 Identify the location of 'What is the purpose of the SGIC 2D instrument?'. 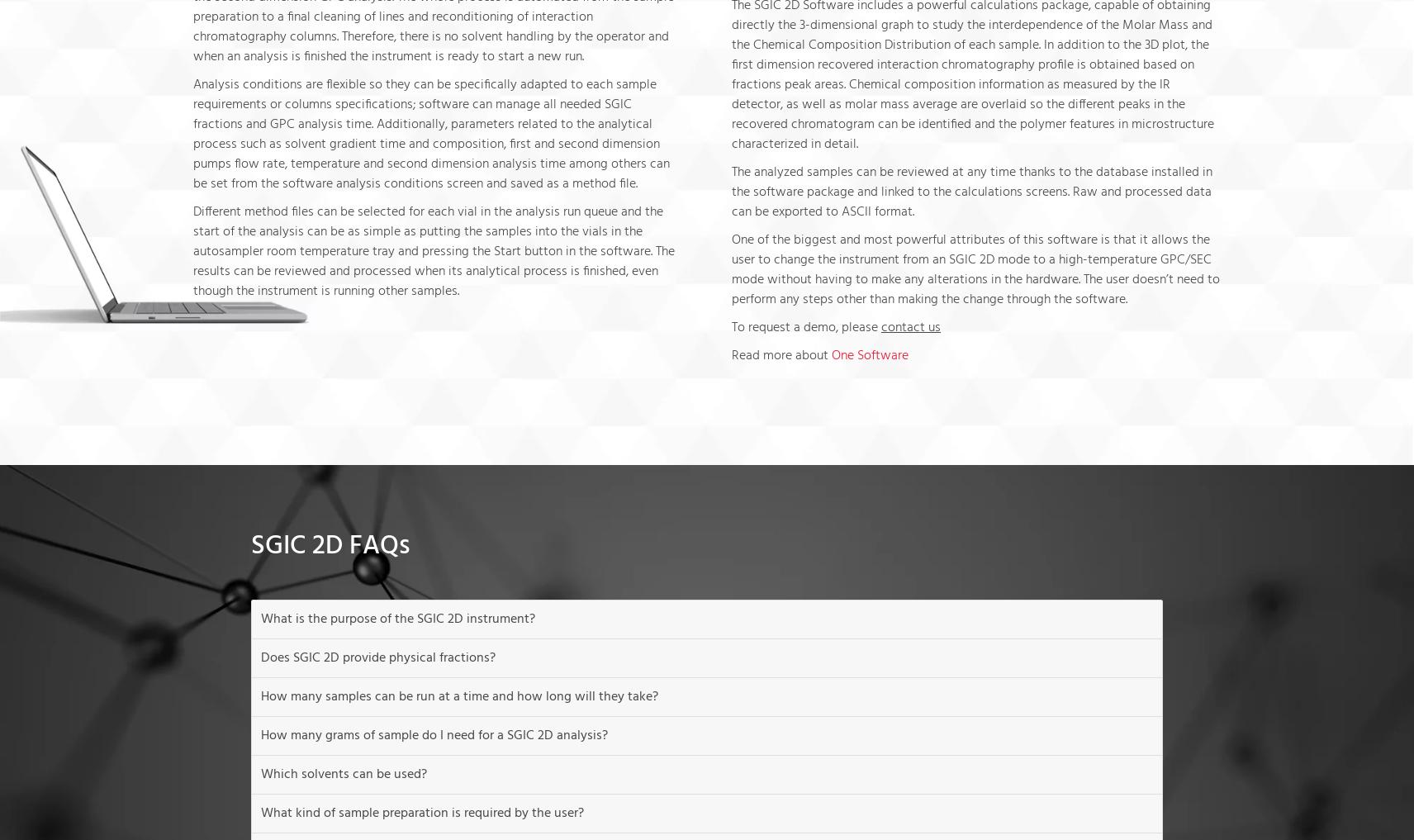
(396, 619).